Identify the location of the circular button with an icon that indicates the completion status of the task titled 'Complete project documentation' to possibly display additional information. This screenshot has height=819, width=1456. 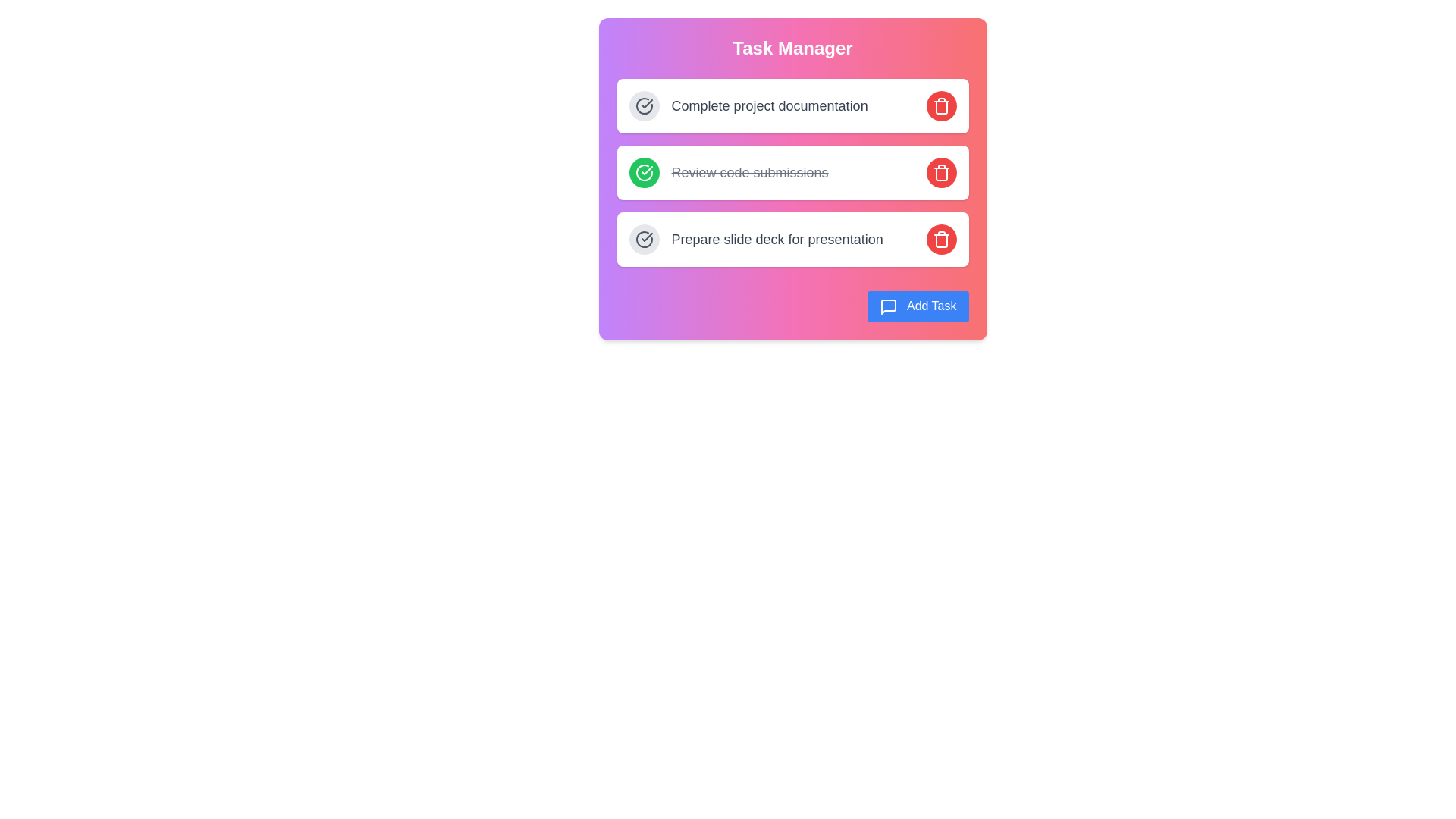
(644, 105).